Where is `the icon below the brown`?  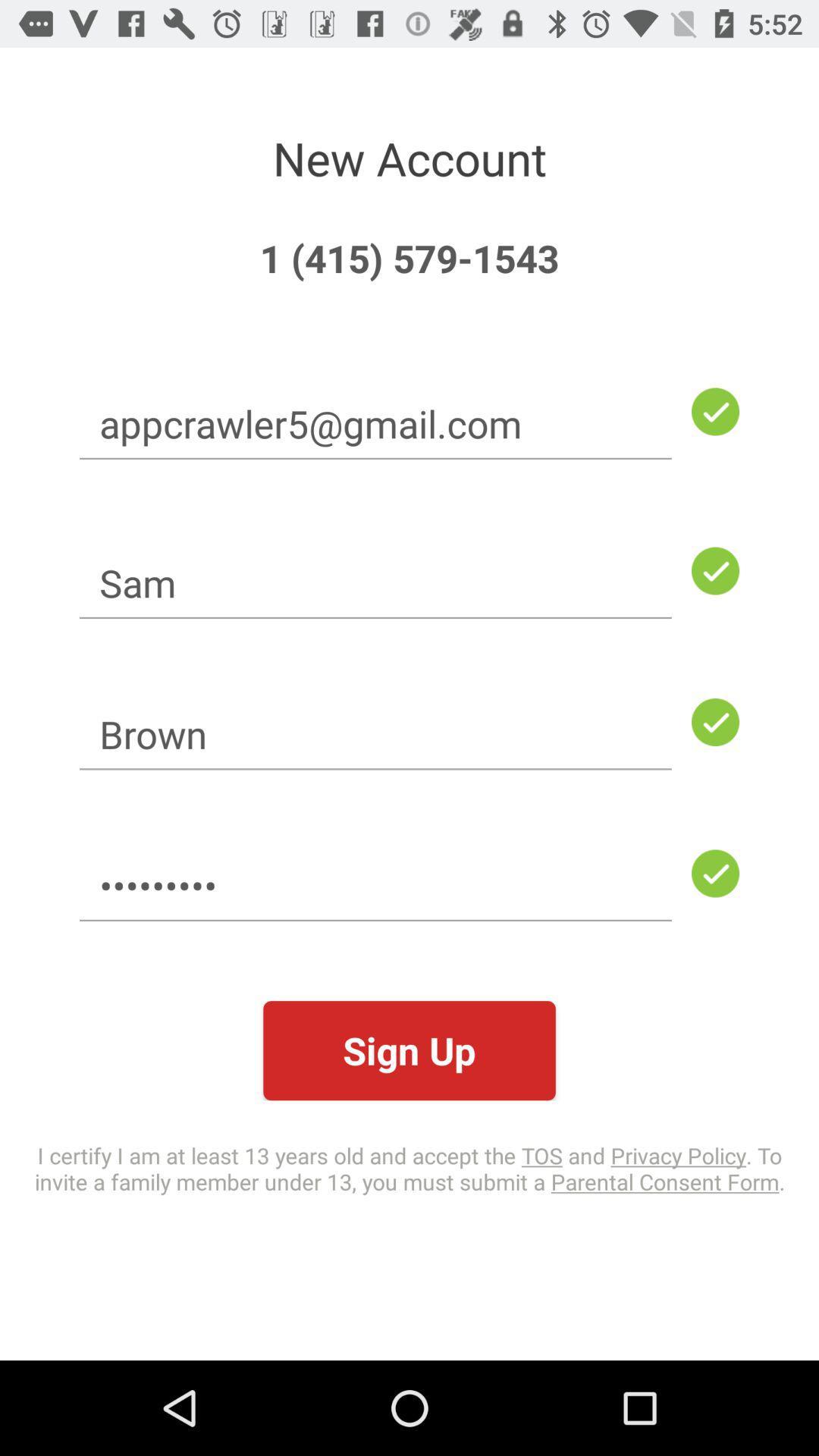
the icon below the brown is located at coordinates (375, 885).